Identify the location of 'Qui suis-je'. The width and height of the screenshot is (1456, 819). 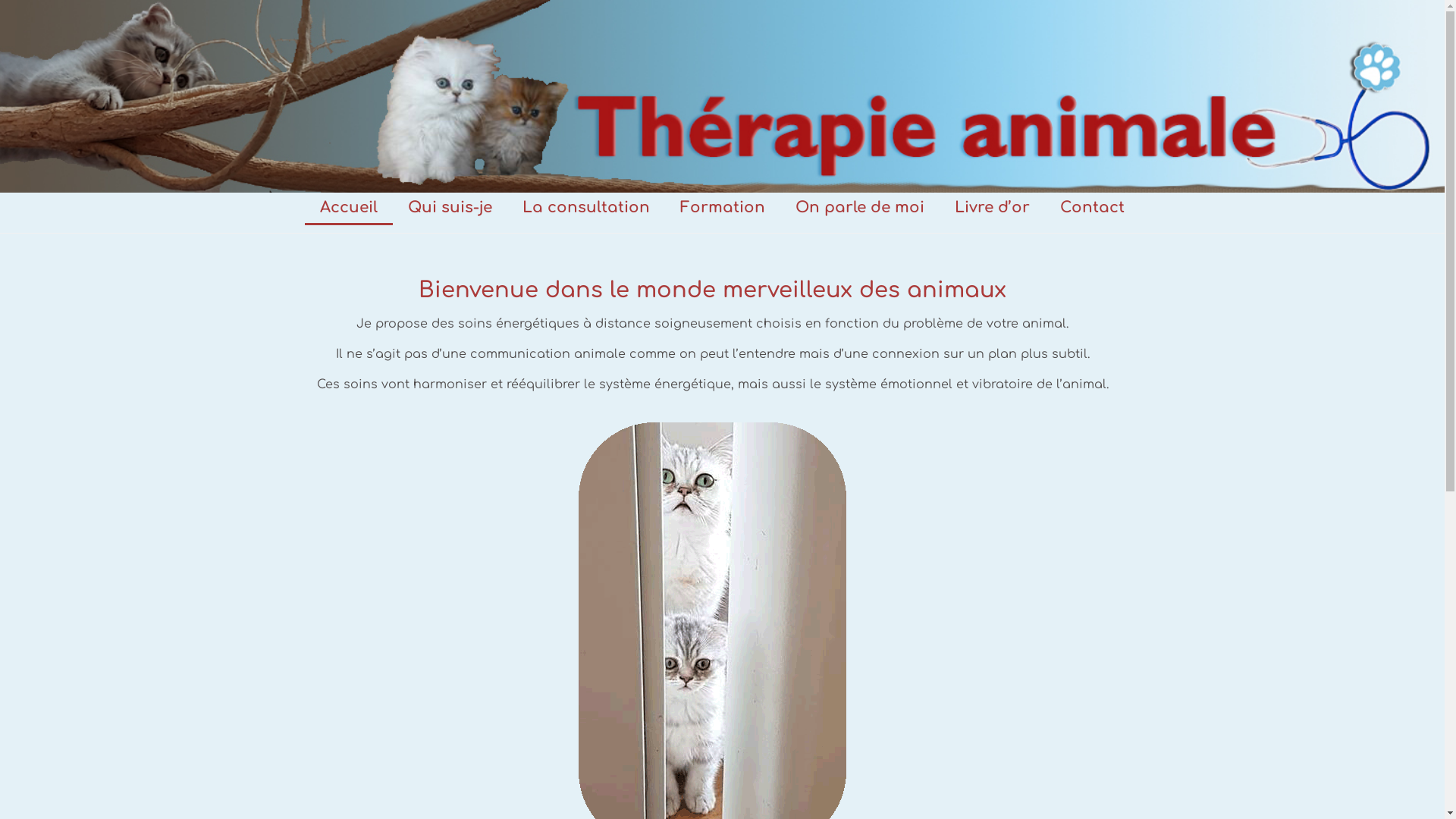
(449, 207).